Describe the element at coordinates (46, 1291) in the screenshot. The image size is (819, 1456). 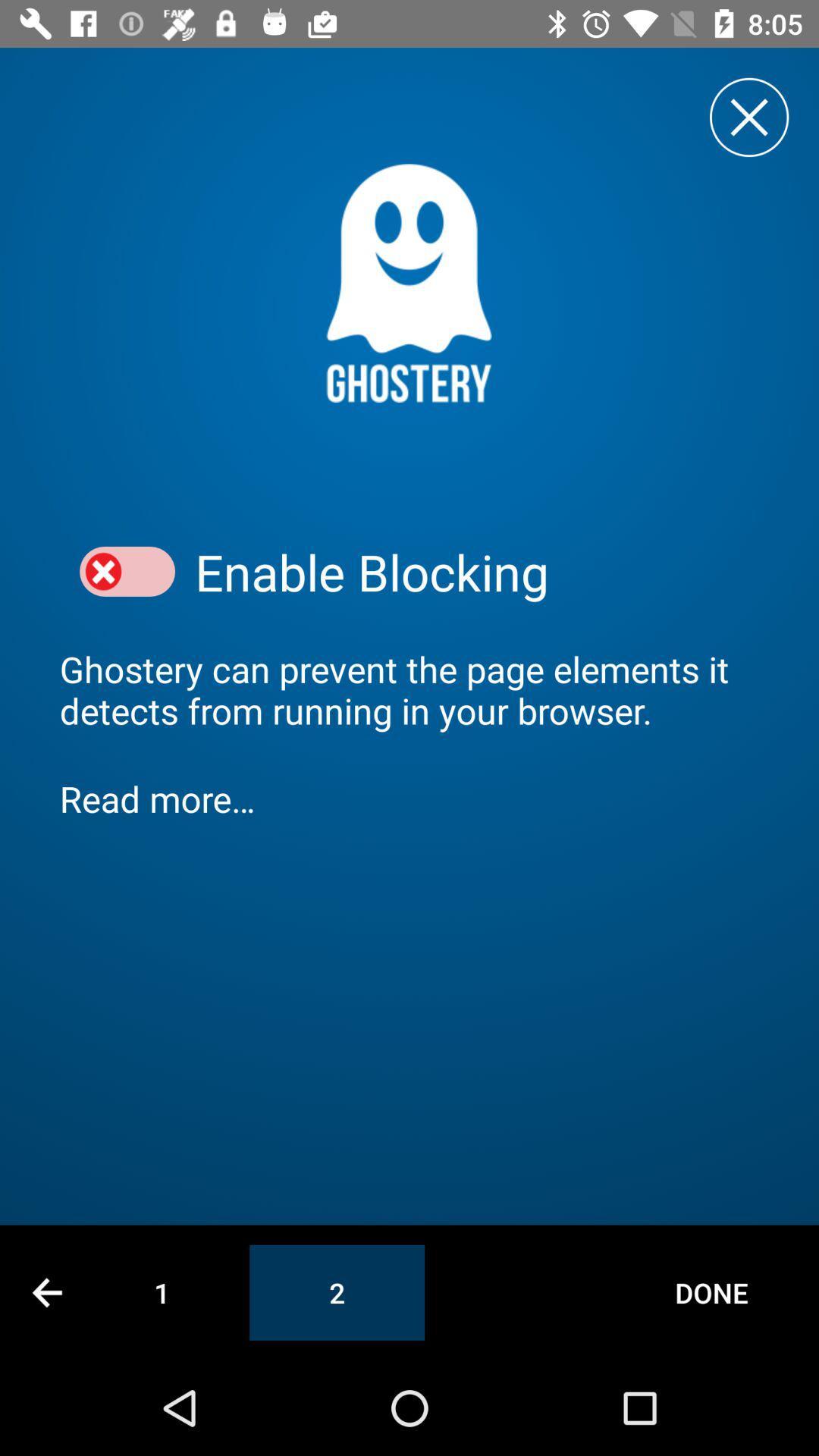
I see `previous` at that location.